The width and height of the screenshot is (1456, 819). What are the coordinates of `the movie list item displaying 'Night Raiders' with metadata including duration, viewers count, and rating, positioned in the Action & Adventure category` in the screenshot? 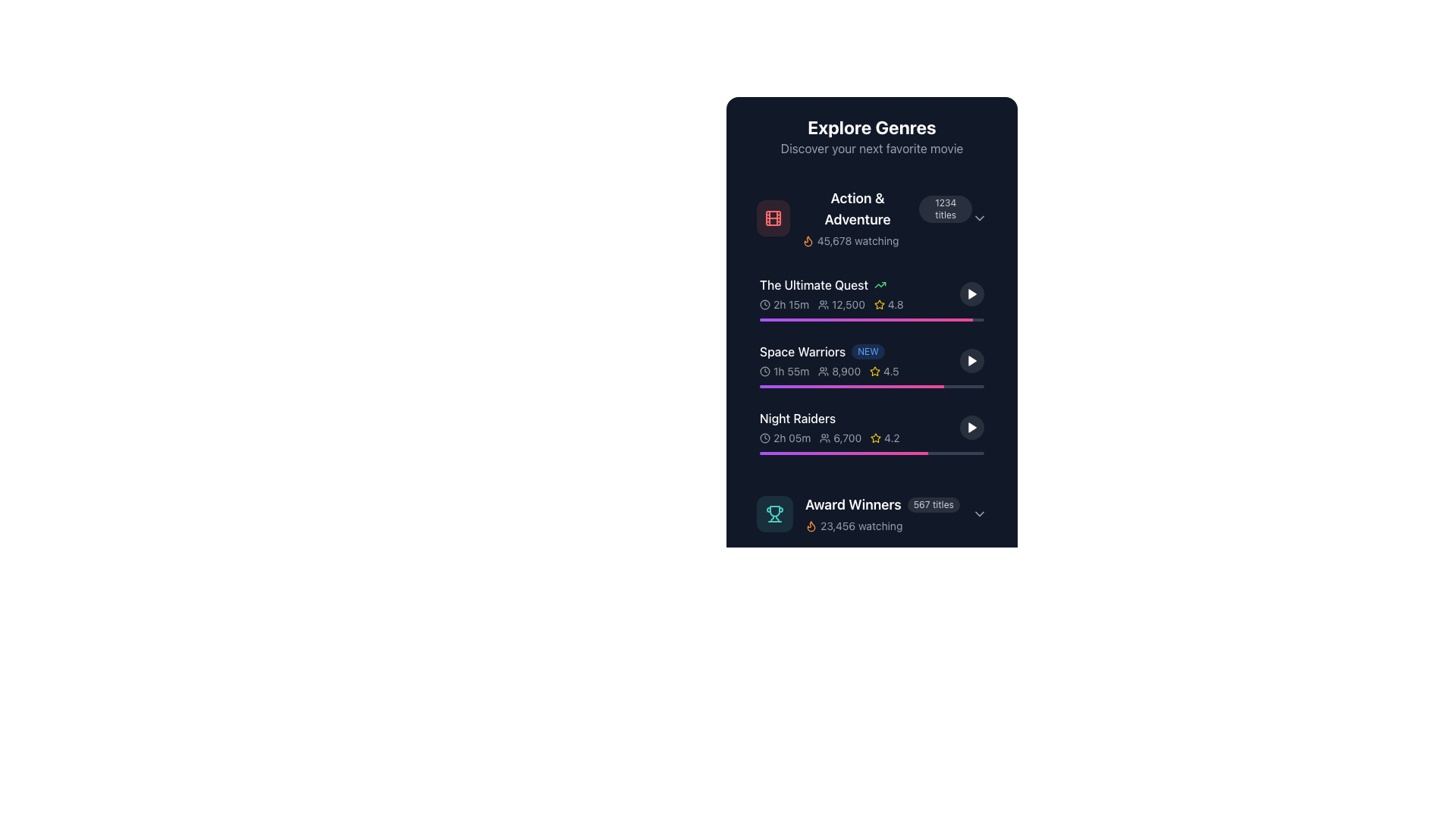 It's located at (859, 427).